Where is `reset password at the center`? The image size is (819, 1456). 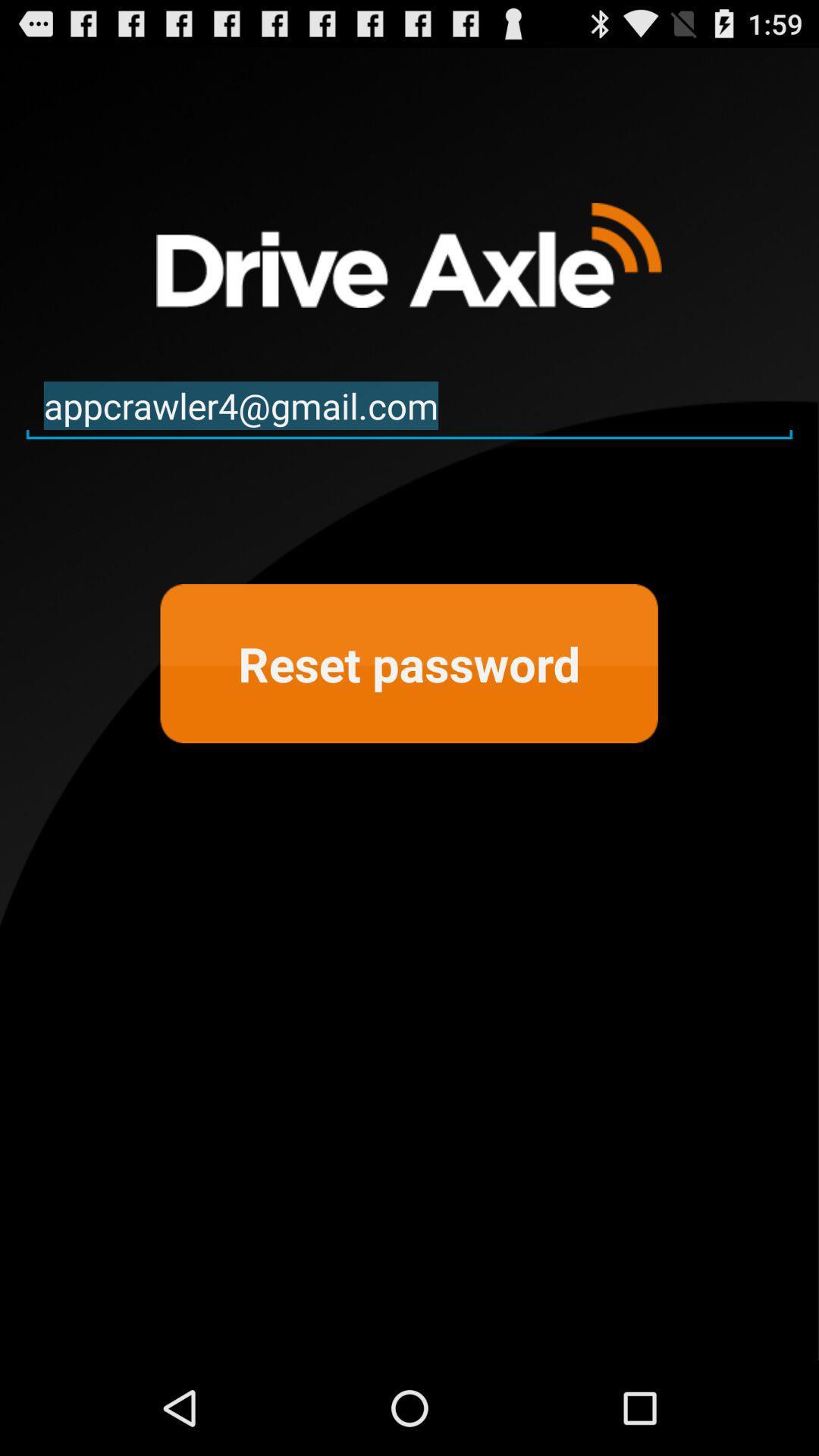
reset password at the center is located at coordinates (408, 664).